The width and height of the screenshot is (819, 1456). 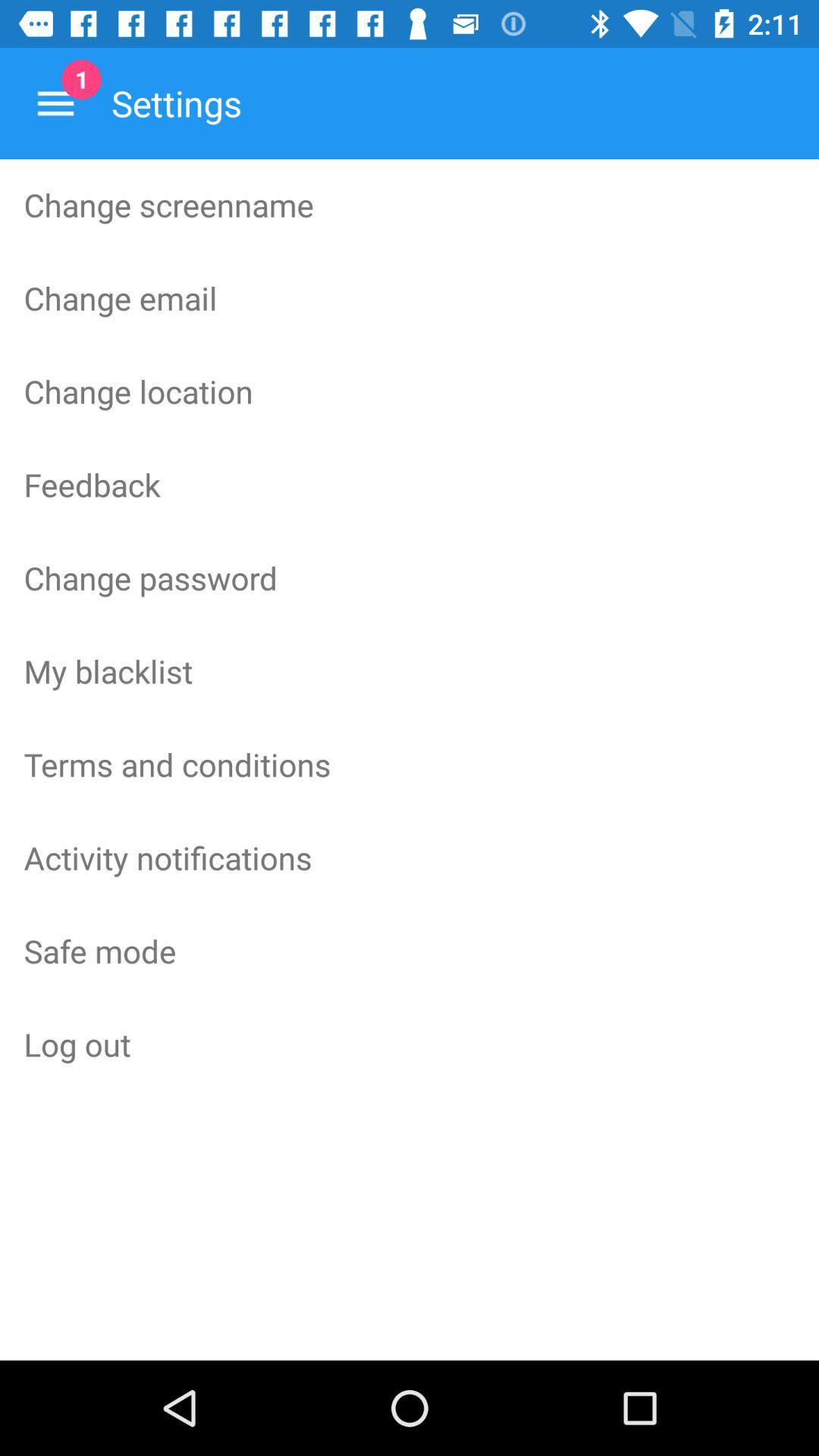 I want to click on activity notifications, so click(x=409, y=858).